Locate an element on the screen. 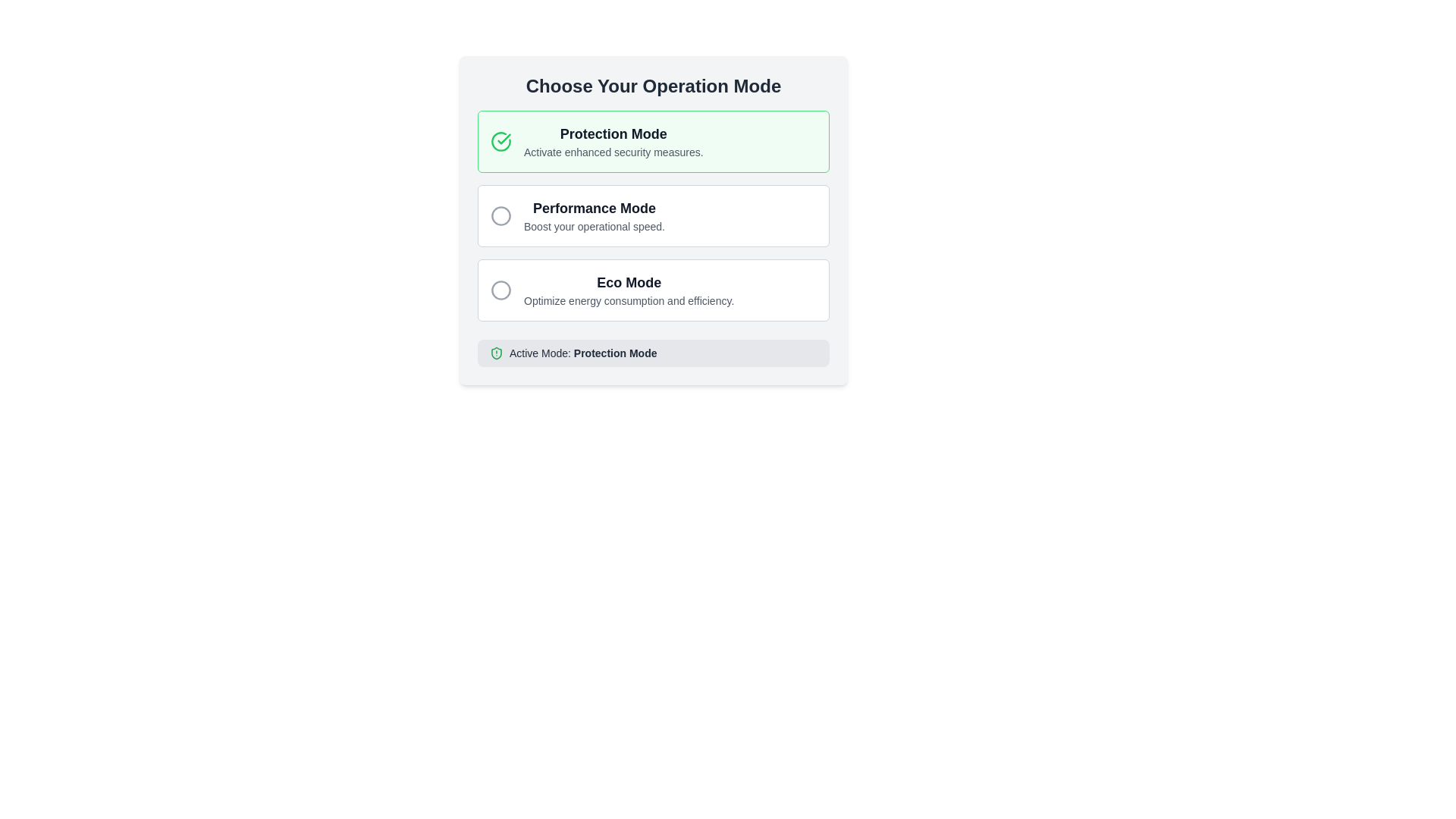 The image size is (1456, 819). the checkmark icon indicating that the 'Protection Mode' option is currently active, located to the left of the text 'Protection Mode' near the top segment of the active selection box is located at coordinates (504, 139).